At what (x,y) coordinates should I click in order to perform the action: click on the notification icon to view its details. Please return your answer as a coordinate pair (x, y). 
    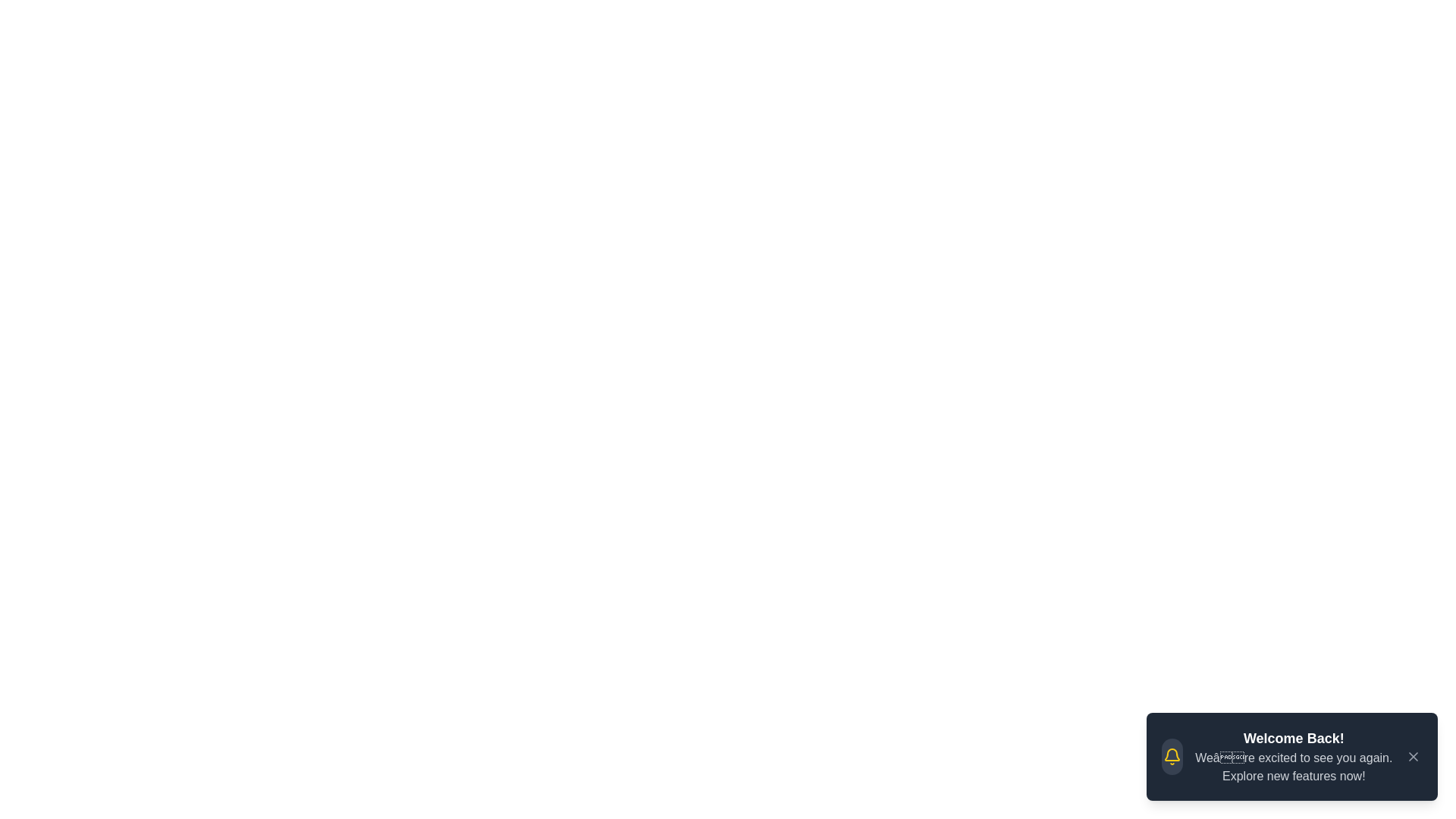
    Looking at the image, I should click on (1171, 757).